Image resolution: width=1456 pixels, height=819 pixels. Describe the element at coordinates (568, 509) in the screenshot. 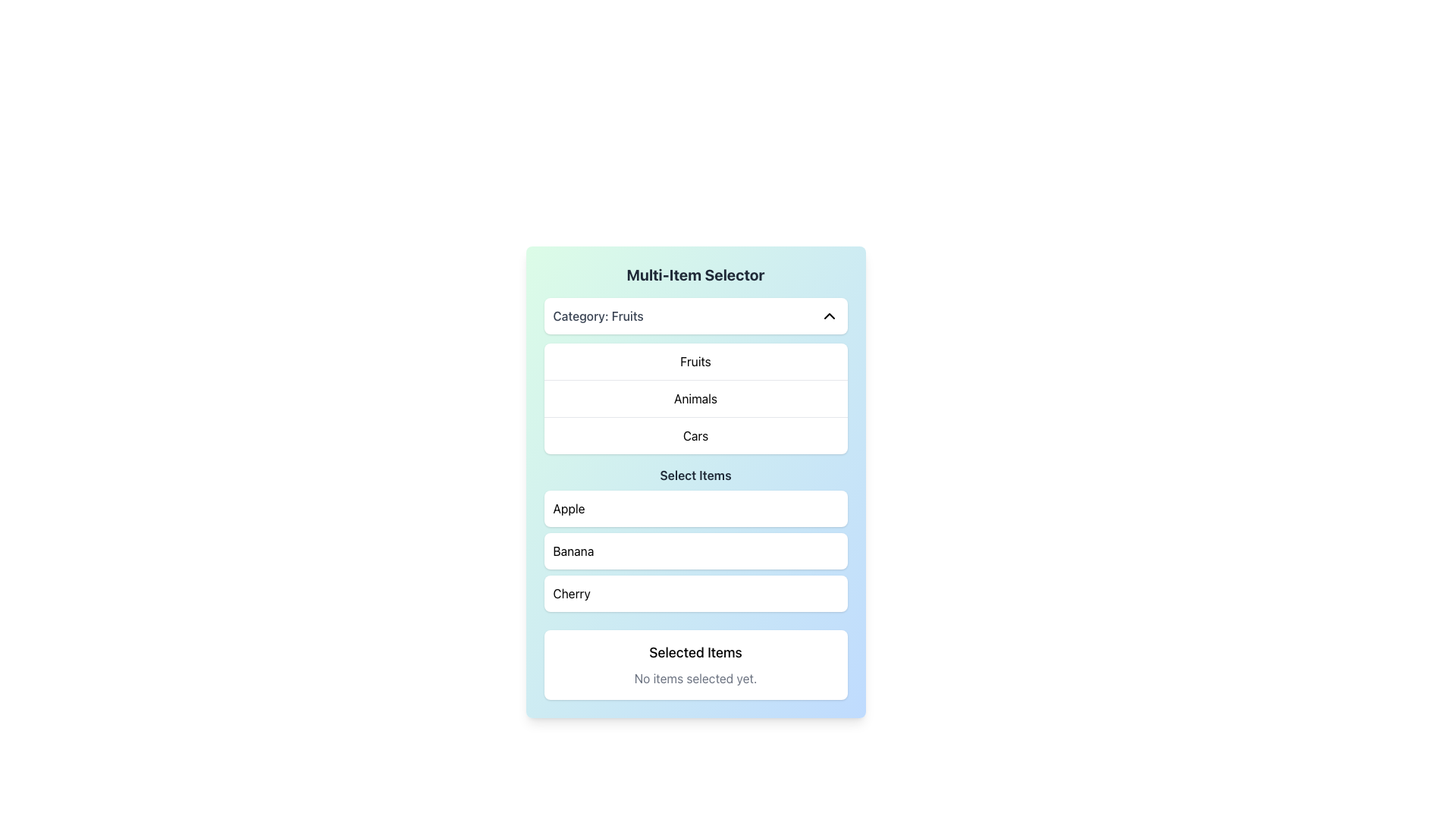

I see `the textual label reading 'Apple' which is styled in black text on a white background, located in the 'Select Items' section of the layout, positioned at the top of three similar components` at that location.